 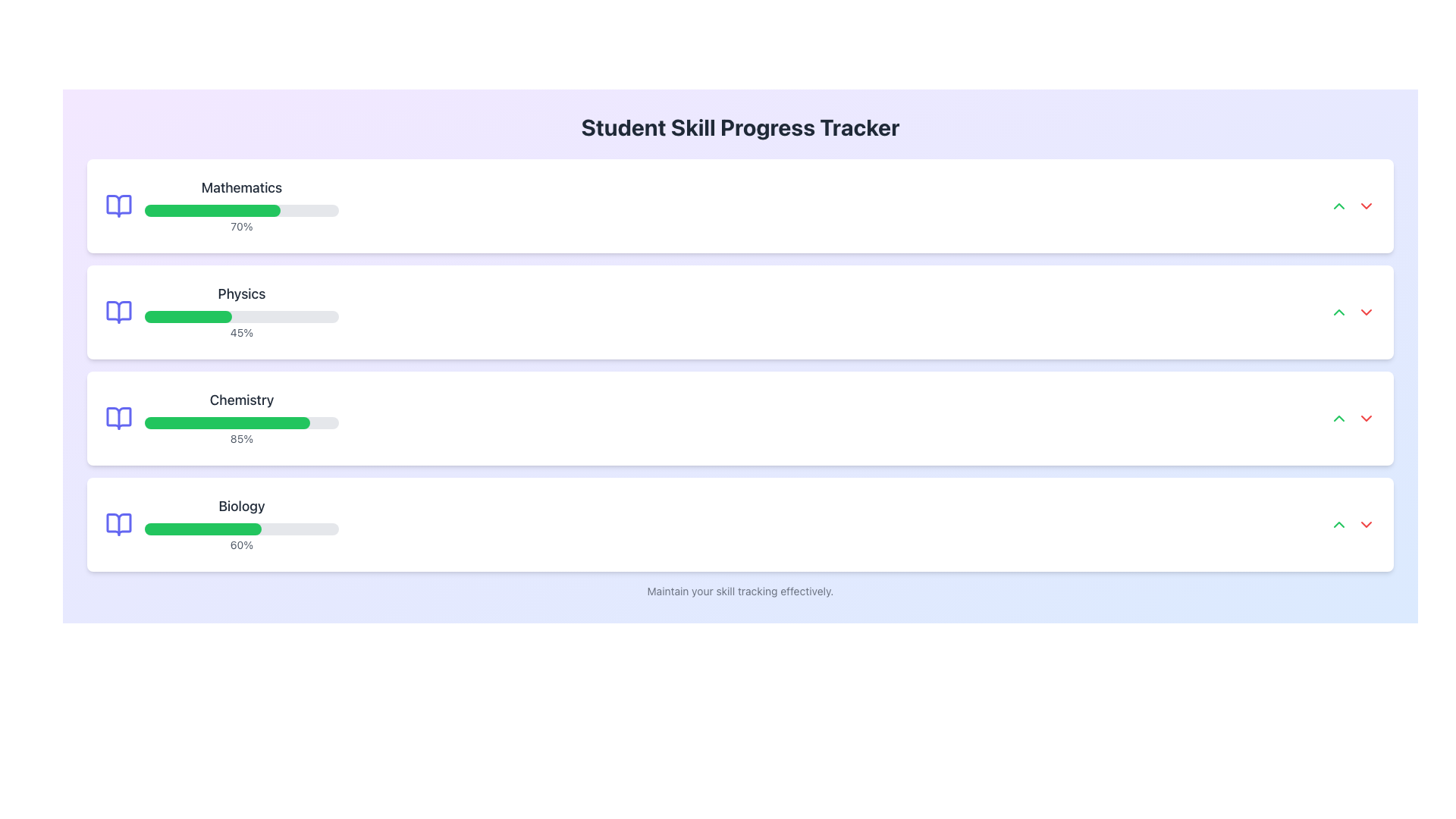 What do you see at coordinates (240, 543) in the screenshot?
I see `percentage value displayed as '60%' in gray font, located below the green progress bar in the 'Biology' section` at bounding box center [240, 543].